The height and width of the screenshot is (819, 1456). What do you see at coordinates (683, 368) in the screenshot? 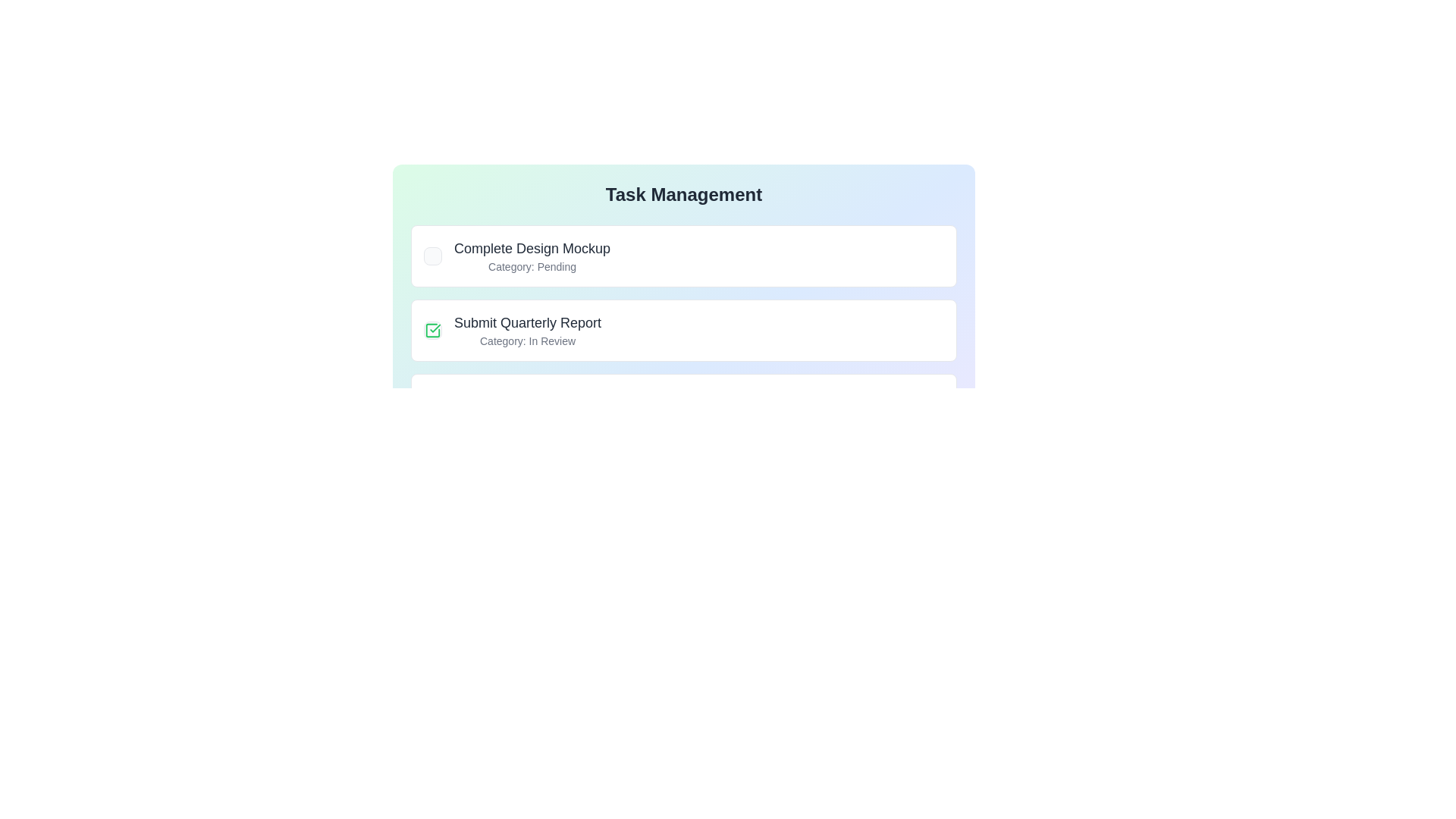
I see `the second task card in the List of Cards below 'Complete Design Mockup' and above 'Team Feedback Session'` at bounding box center [683, 368].